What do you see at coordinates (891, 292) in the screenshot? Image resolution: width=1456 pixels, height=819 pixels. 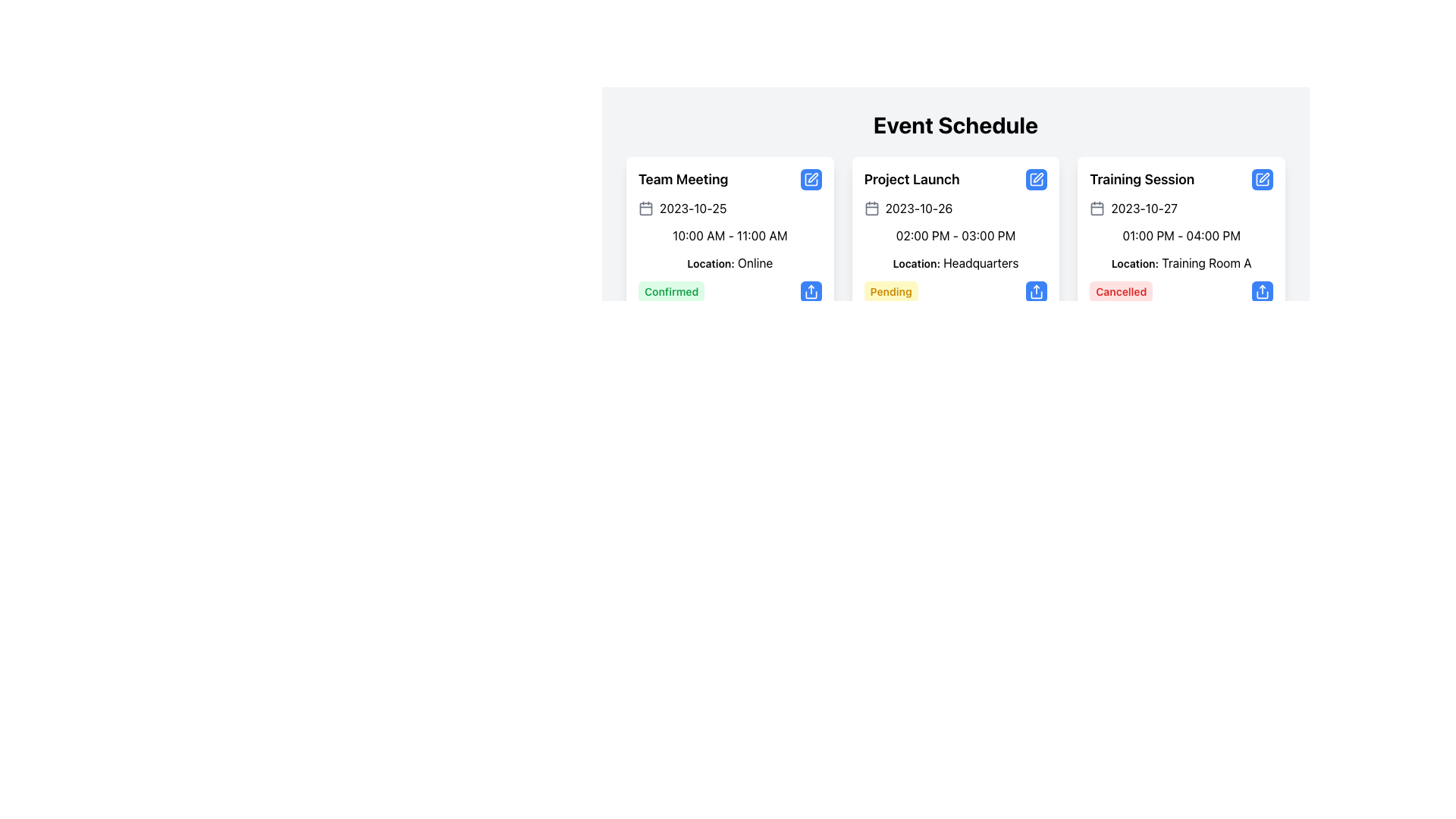 I see `the status label indicating the event is pending within the 'Project Launch' card in the 'Event Schedule' section` at bounding box center [891, 292].